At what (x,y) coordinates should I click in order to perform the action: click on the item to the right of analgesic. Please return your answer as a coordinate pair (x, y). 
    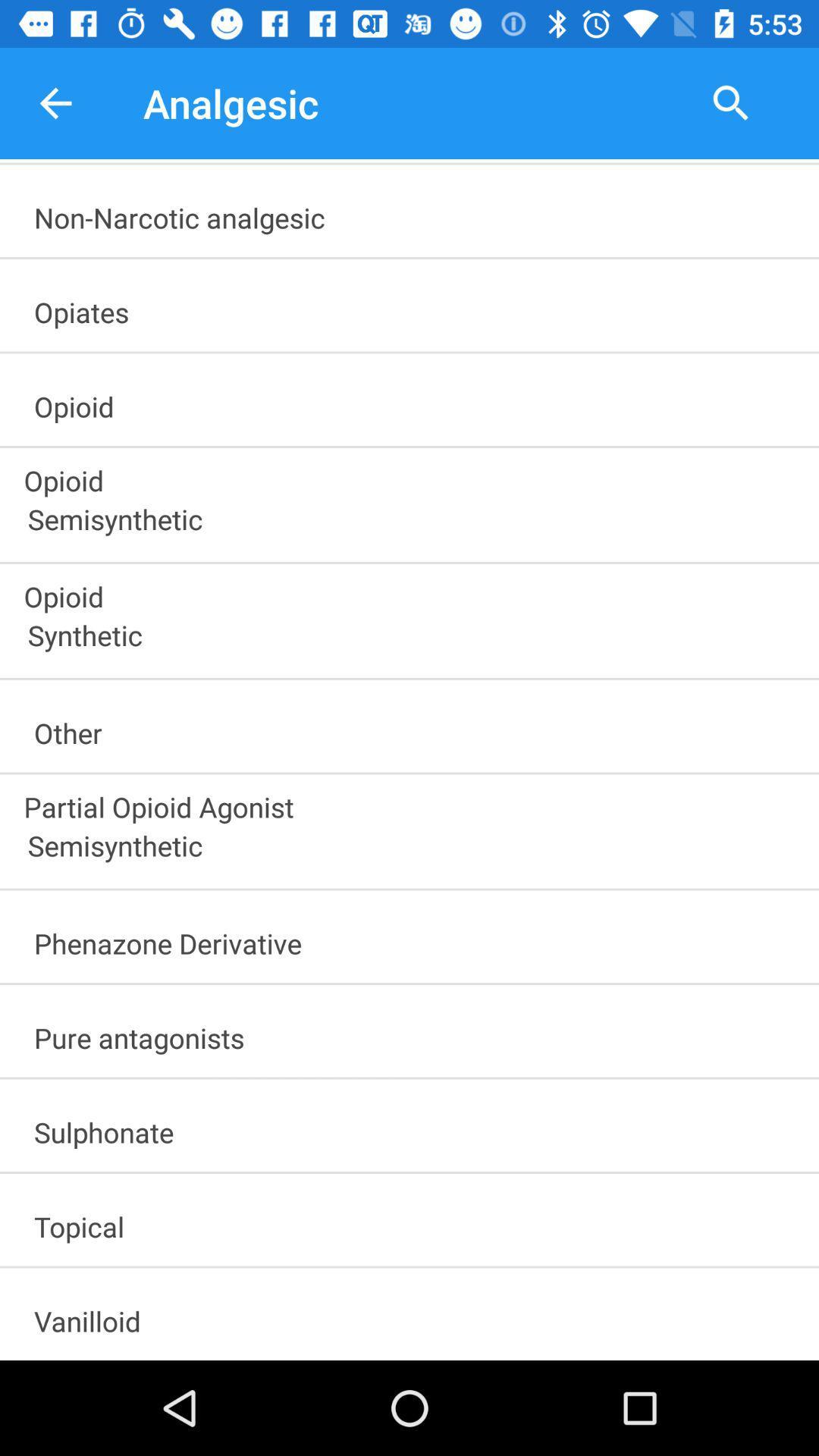
    Looking at the image, I should click on (730, 102).